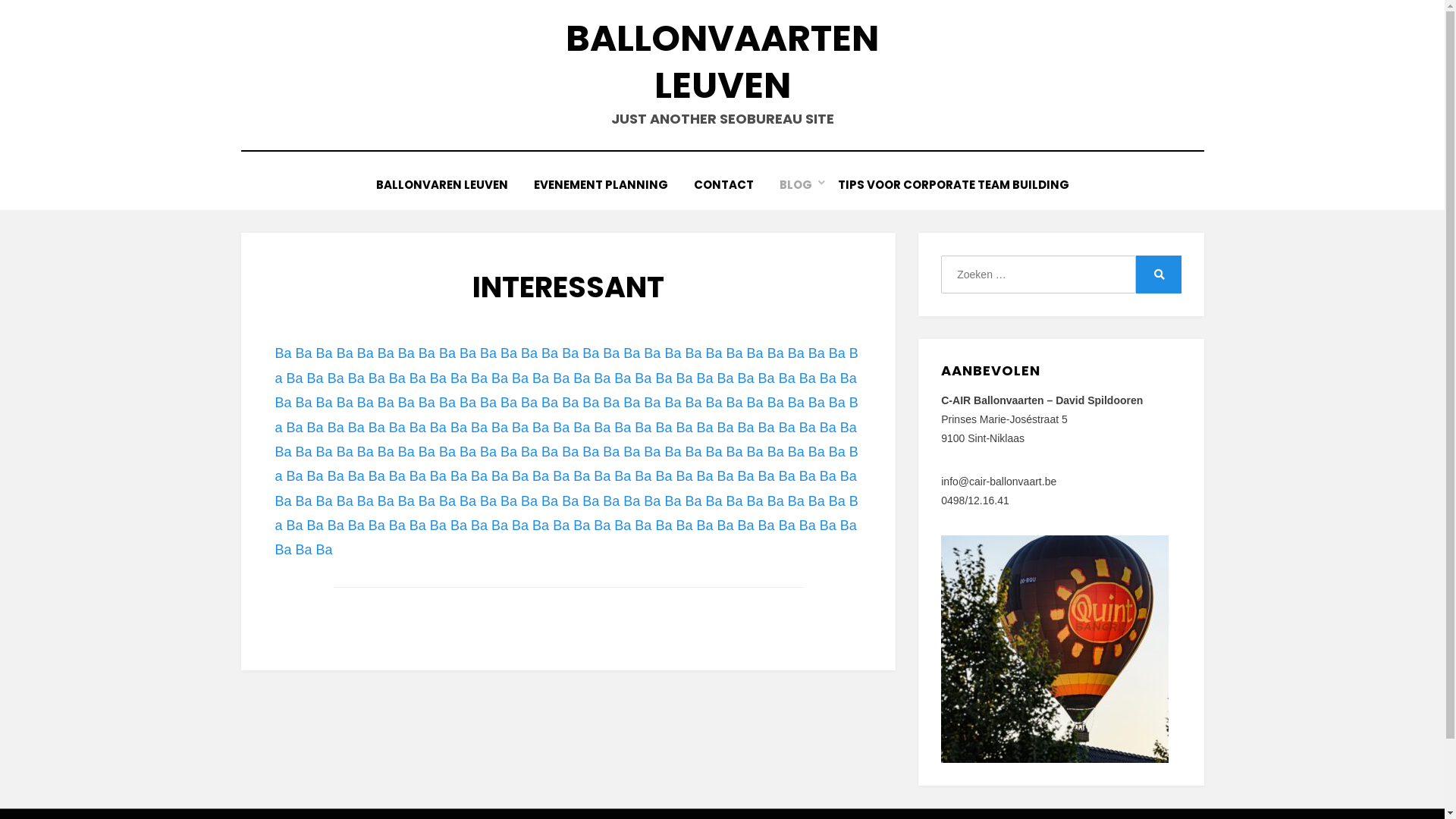 The width and height of the screenshot is (1456, 819). What do you see at coordinates (818, 427) in the screenshot?
I see `'Ba'` at bounding box center [818, 427].